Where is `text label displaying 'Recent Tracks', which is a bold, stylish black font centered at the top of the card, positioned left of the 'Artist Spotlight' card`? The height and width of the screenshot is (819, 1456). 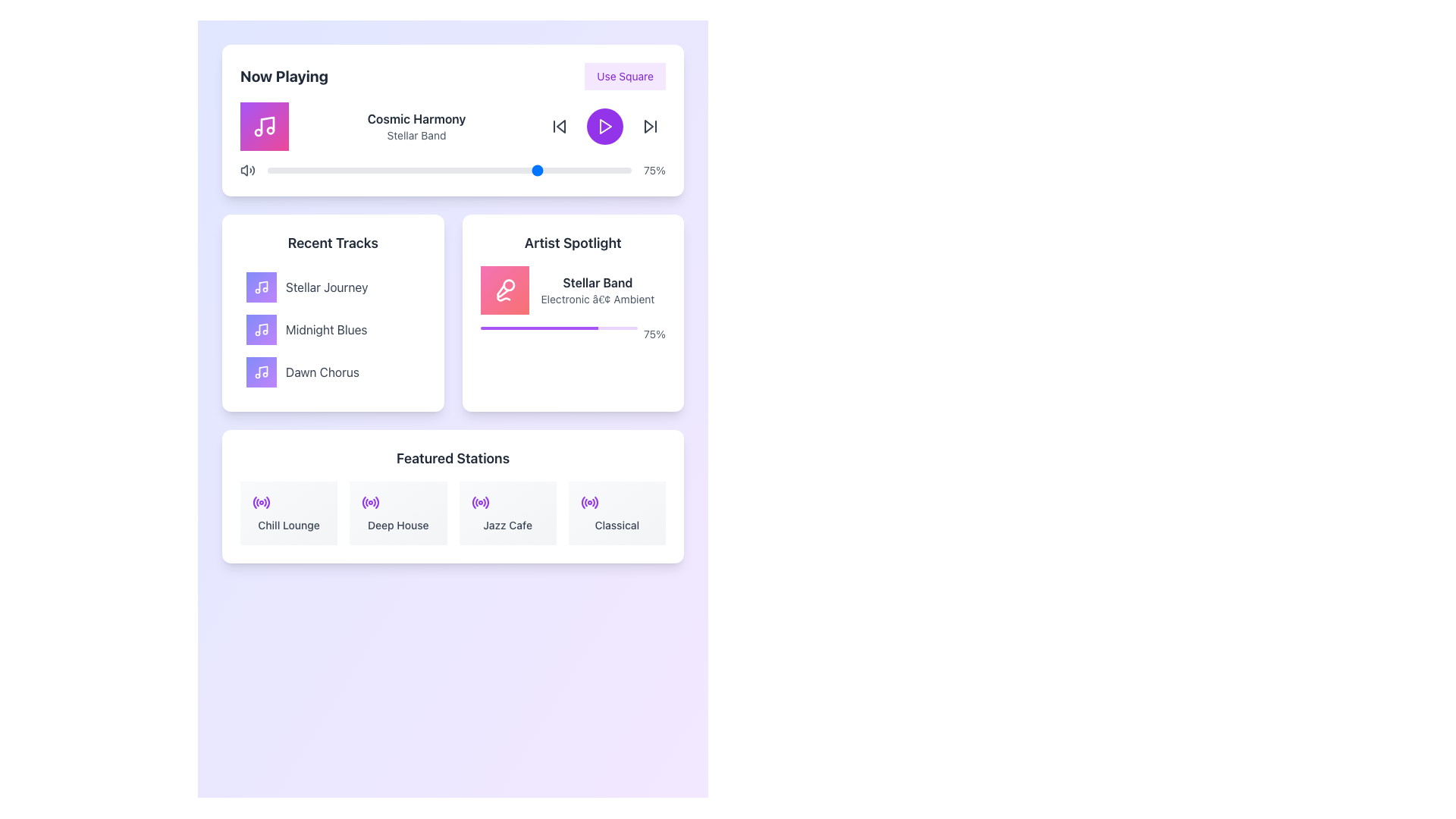 text label displaying 'Recent Tracks', which is a bold, stylish black font centered at the top of the card, positioned left of the 'Artist Spotlight' card is located at coordinates (332, 242).